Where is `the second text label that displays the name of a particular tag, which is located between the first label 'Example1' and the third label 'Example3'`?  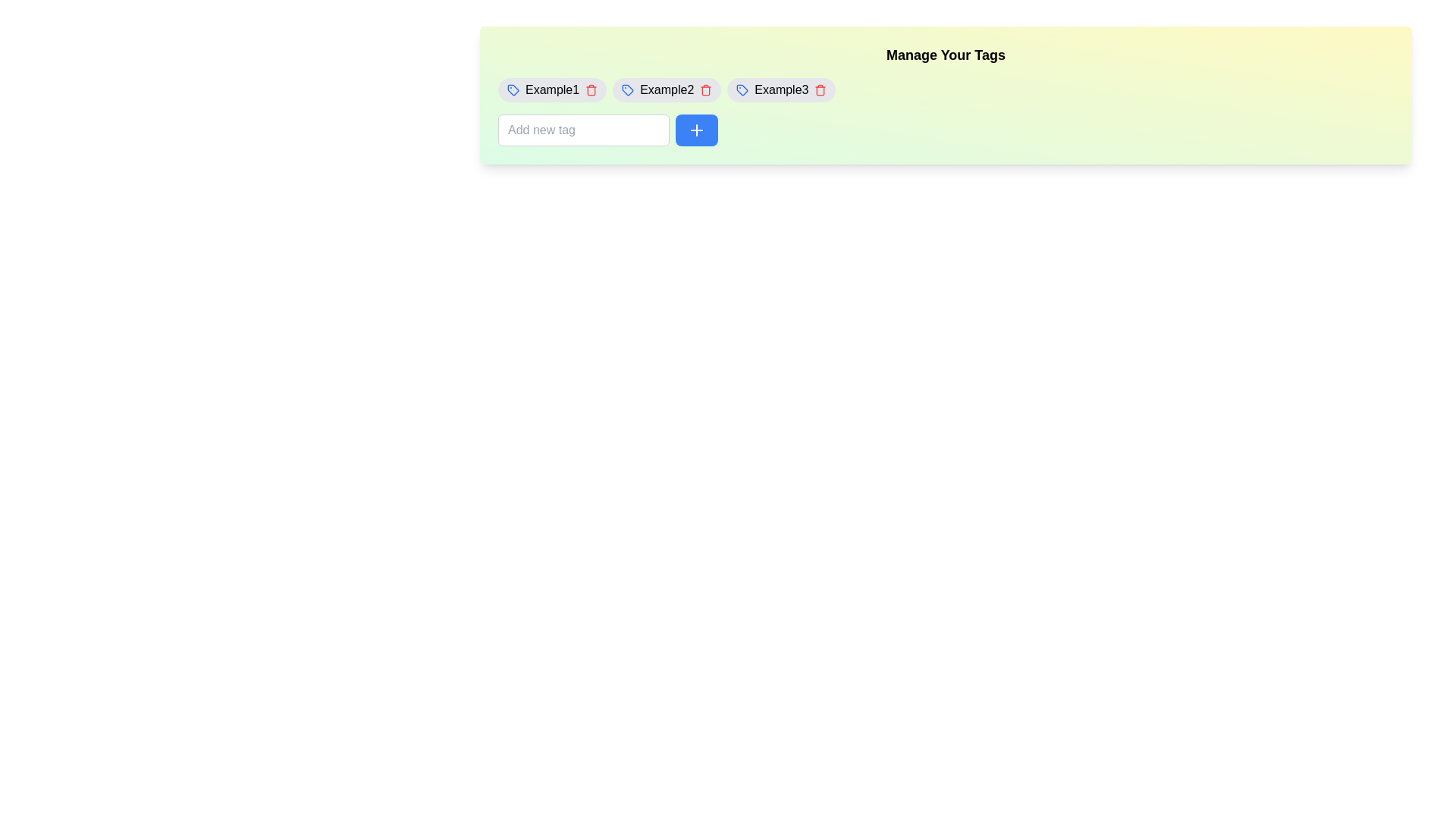
the second text label that displays the name of a particular tag, which is located between the first label 'Example1' and the third label 'Example3' is located at coordinates (667, 90).